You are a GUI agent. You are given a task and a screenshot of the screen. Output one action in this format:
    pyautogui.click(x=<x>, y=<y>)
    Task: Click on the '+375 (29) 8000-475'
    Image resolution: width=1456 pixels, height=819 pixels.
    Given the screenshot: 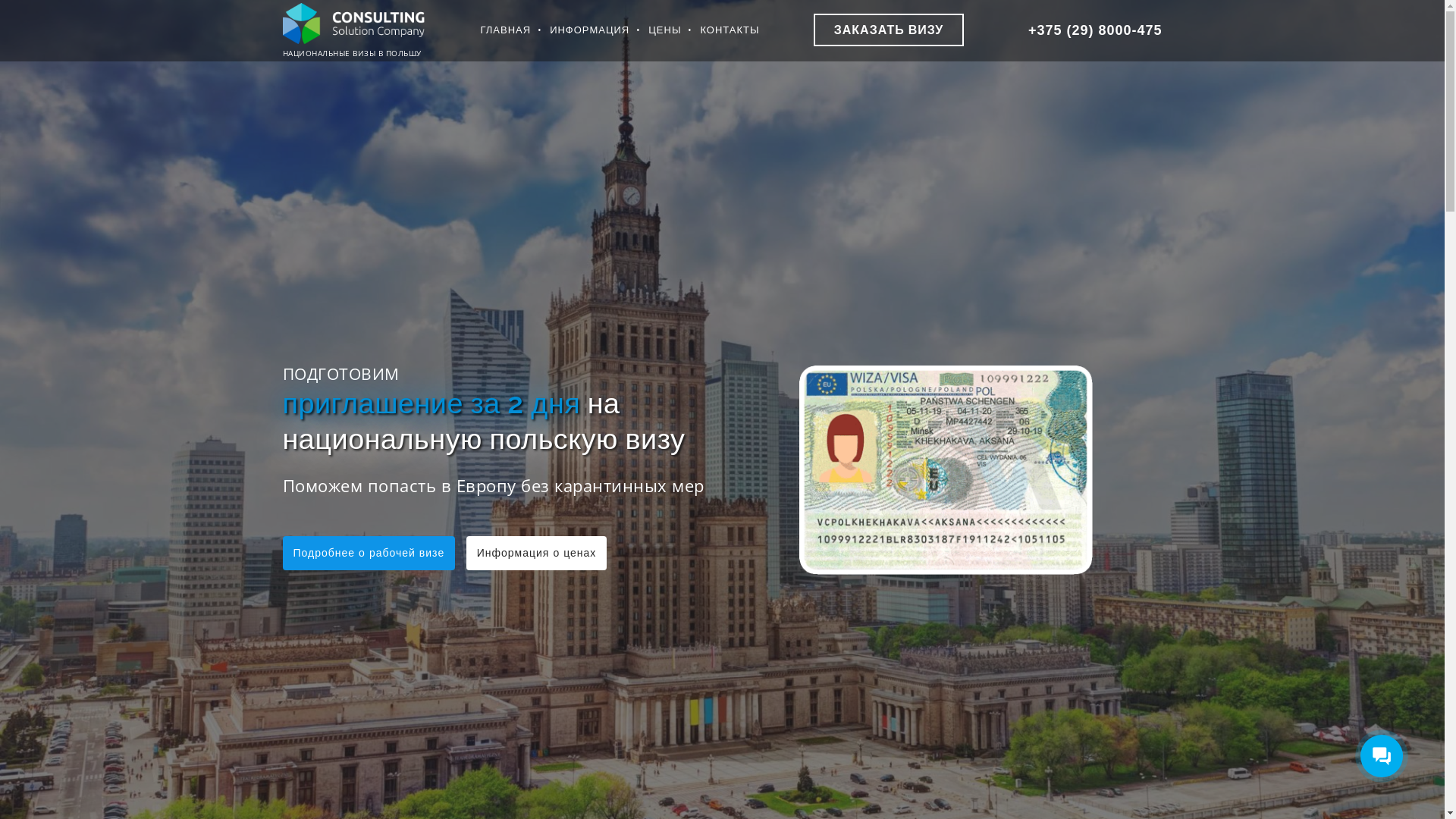 What is the action you would take?
    pyautogui.click(x=1084, y=30)
    